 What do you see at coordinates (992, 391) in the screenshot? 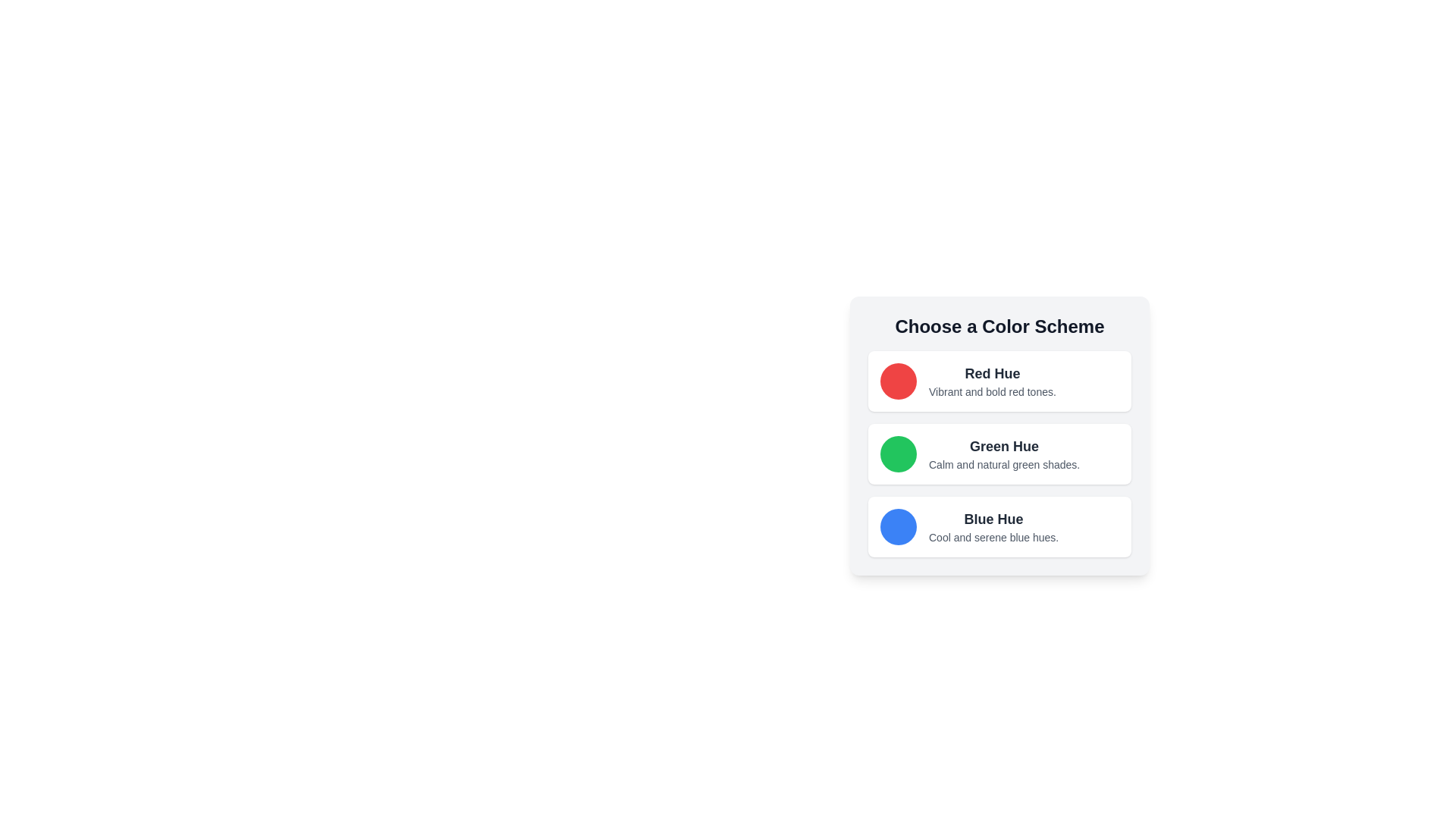
I see `the descriptive text label that provides additional information about the 'Red Hue' option in the color selection panel, located immediately below the 'Red Hue' title` at bounding box center [992, 391].